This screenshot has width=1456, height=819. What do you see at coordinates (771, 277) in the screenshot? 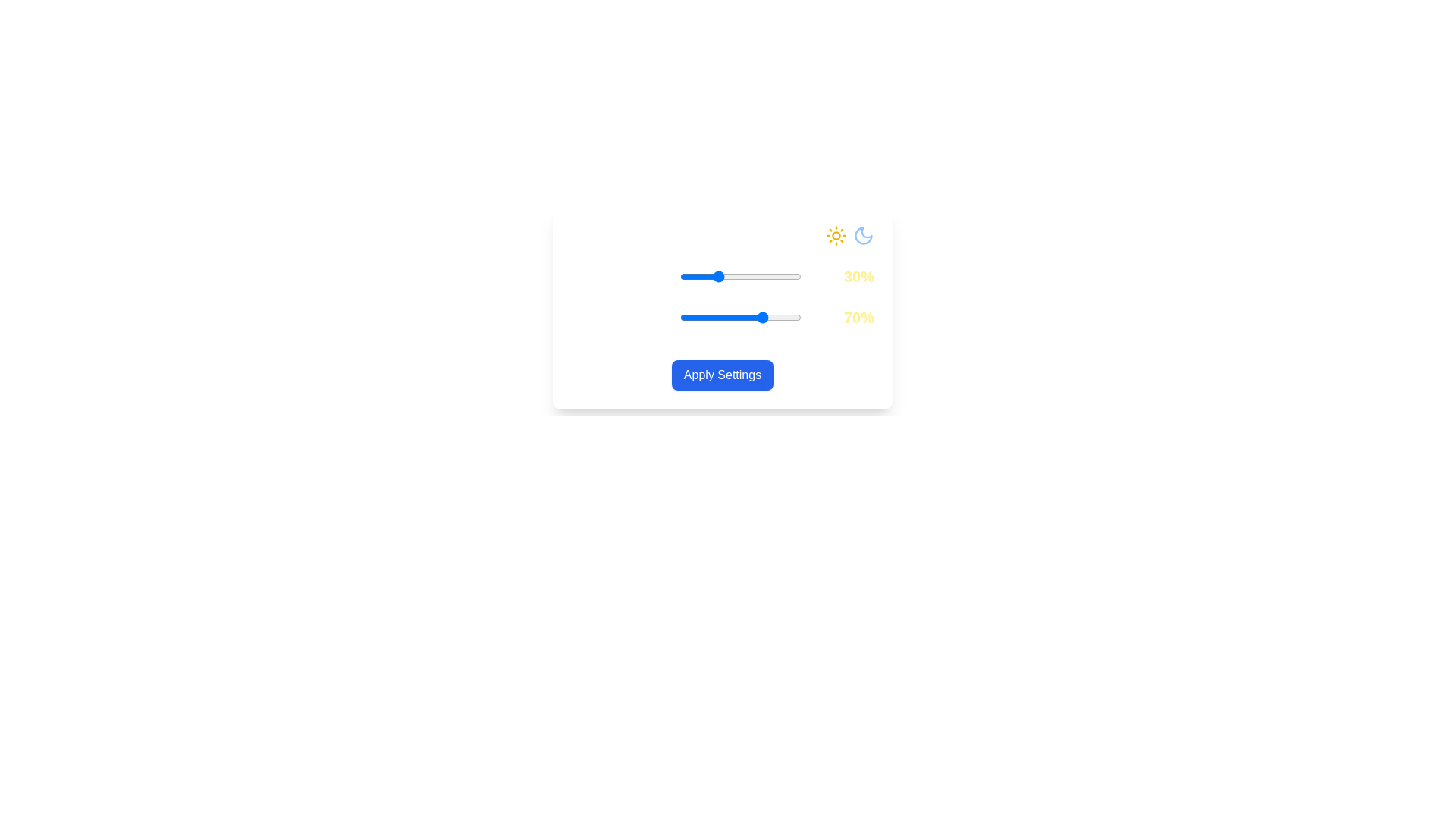
I see `the Daylight Intensity slider to 75%` at bounding box center [771, 277].